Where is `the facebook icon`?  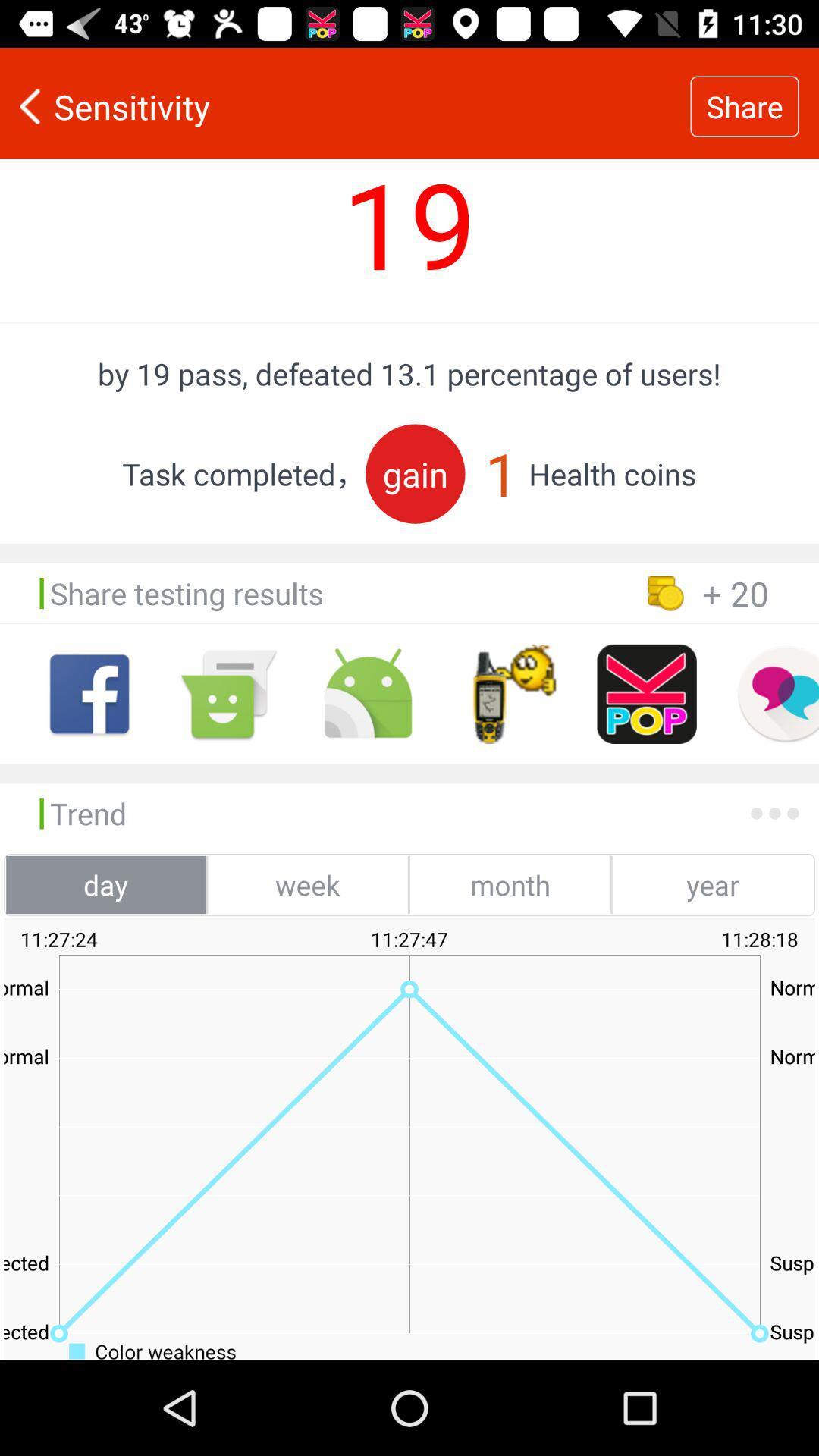 the facebook icon is located at coordinates (89, 693).